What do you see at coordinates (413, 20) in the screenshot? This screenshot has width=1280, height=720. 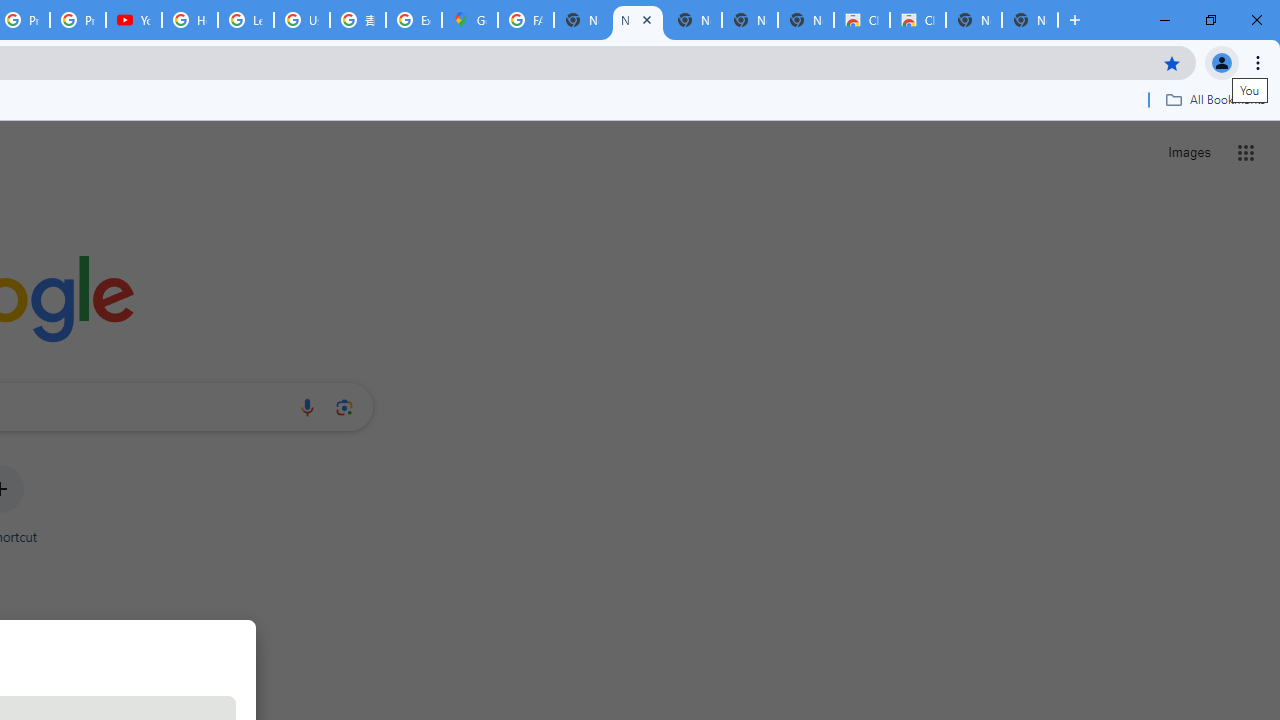 I see `'Explore new street-level details - Google Maps Help'` at bounding box center [413, 20].